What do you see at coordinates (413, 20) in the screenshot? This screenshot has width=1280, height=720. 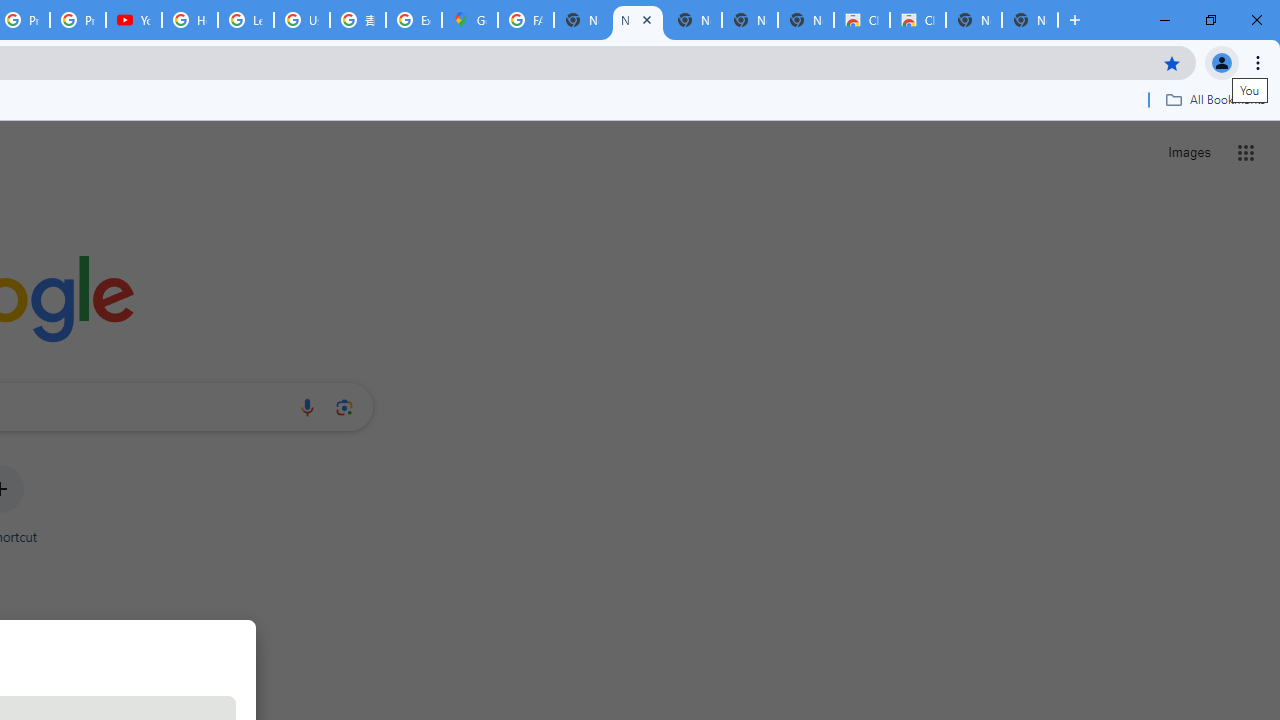 I see `'Explore new street-level details - Google Maps Help'` at bounding box center [413, 20].